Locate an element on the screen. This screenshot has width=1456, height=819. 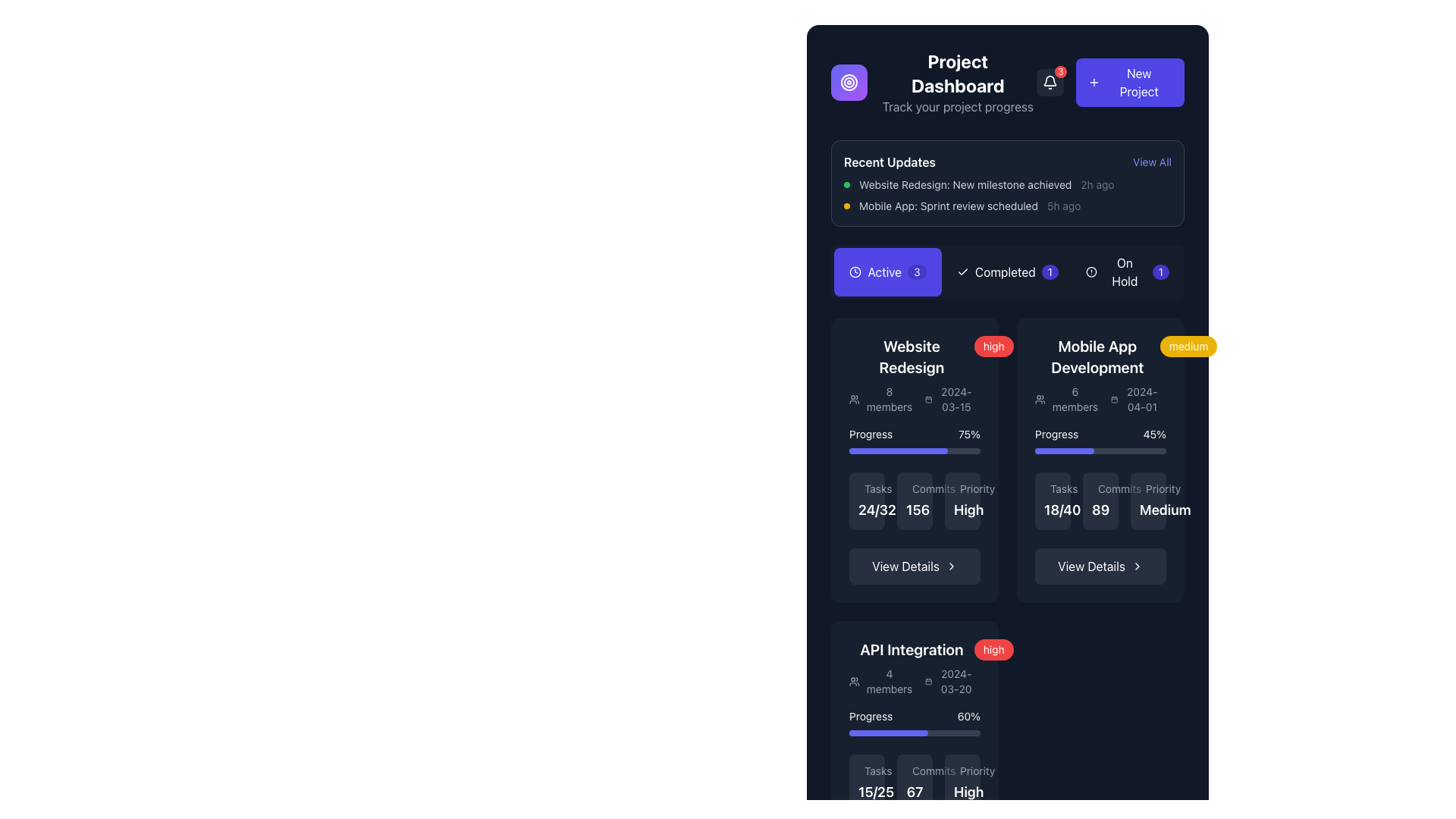
the Text label that provides context to the numerical value of '89' in the project card for 'Mobile App Development' is located at coordinates (1100, 488).